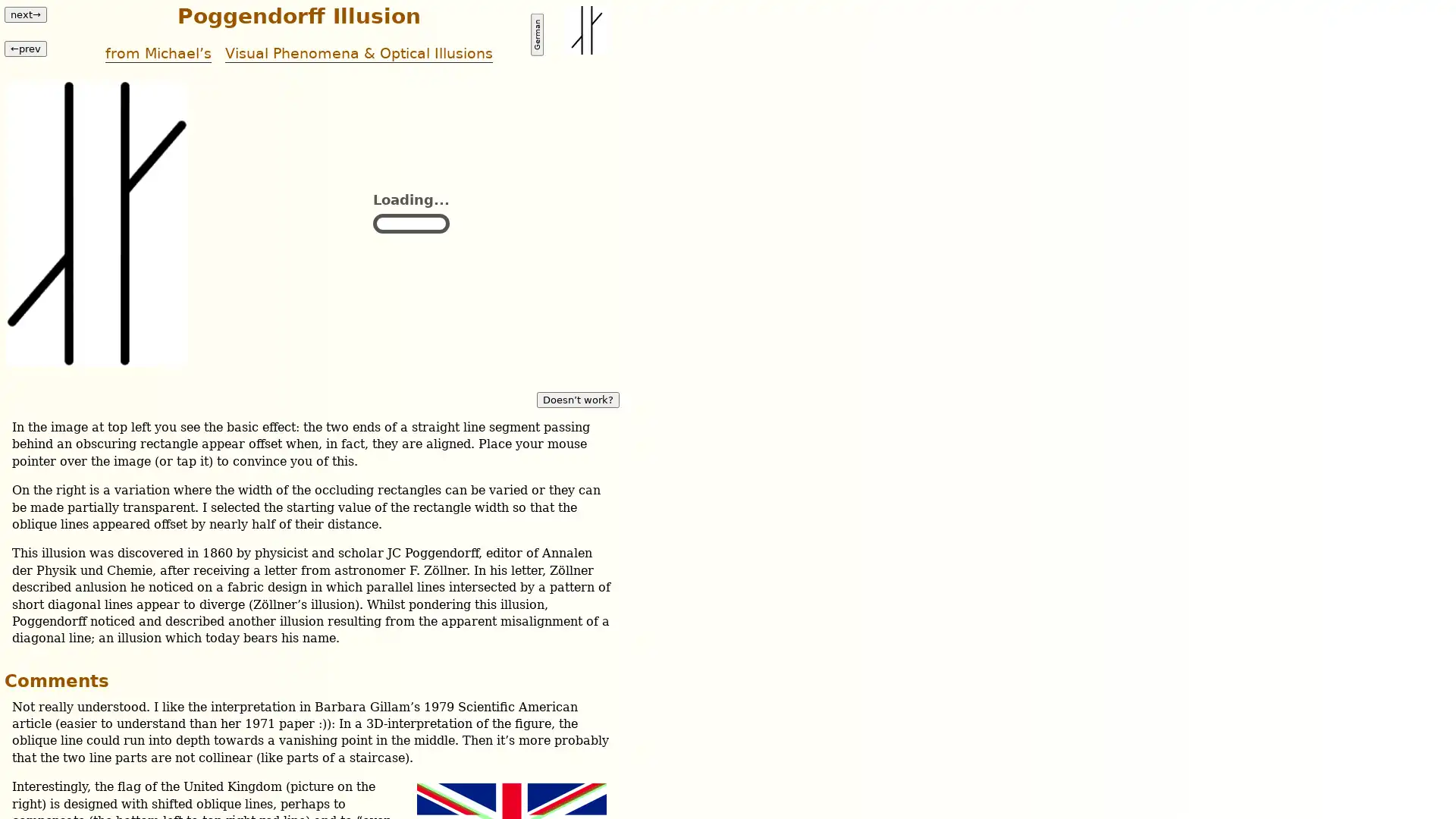 Image resolution: width=1456 pixels, height=819 pixels. I want to click on Doesnt work?, so click(577, 398).